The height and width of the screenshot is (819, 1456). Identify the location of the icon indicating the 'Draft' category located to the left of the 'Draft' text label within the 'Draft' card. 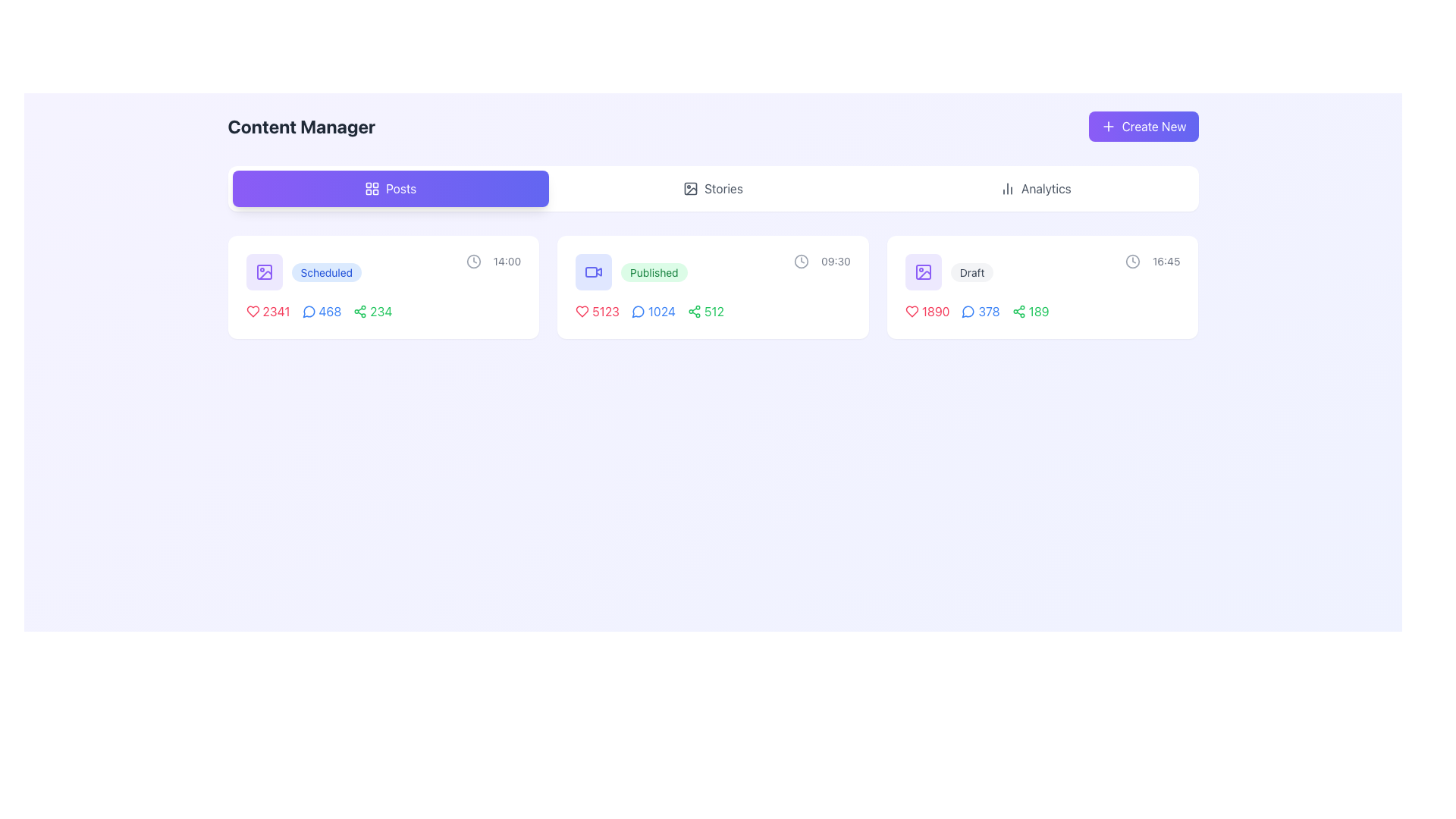
(922, 271).